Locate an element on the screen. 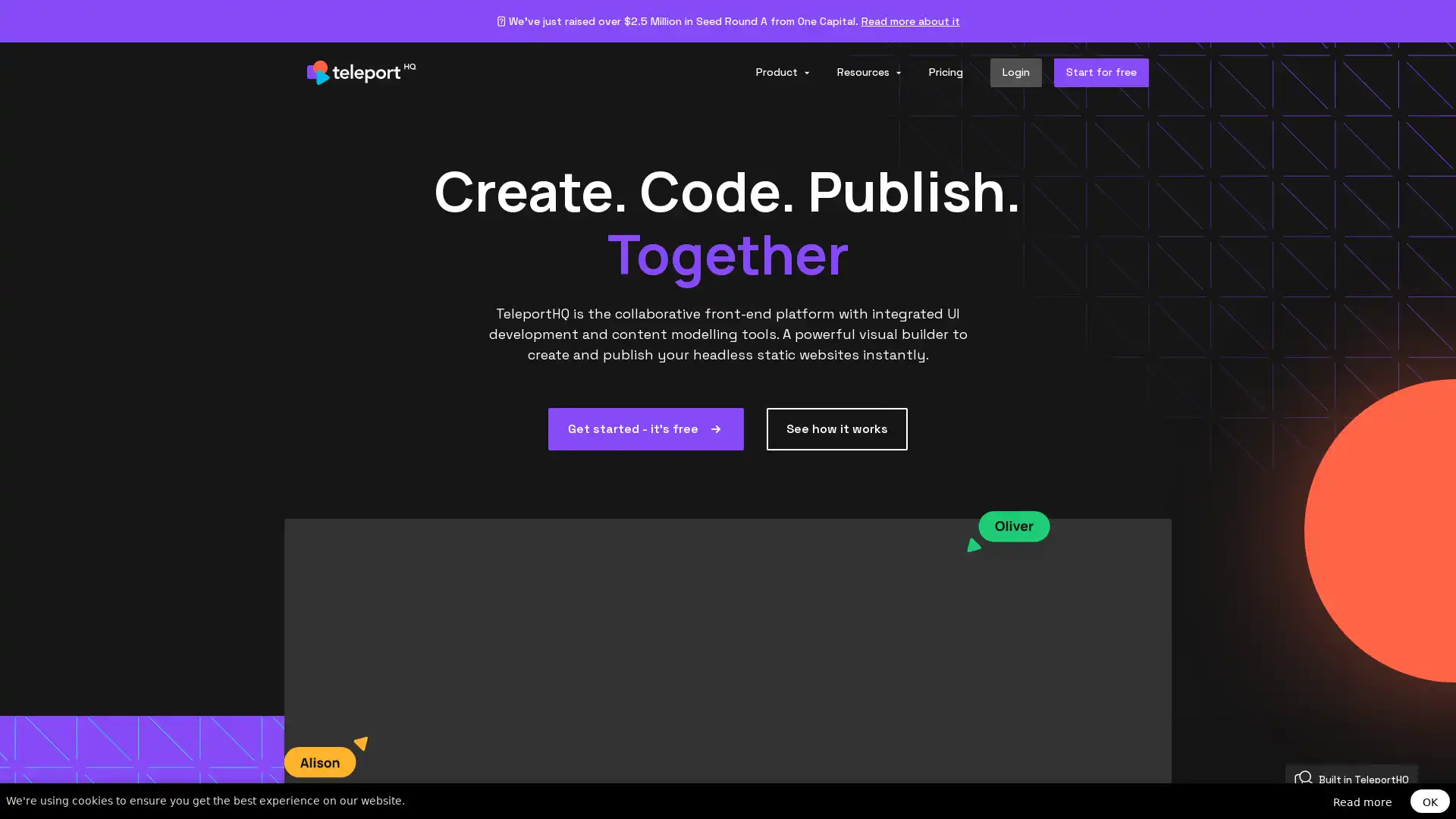  OK is located at coordinates (1429, 800).